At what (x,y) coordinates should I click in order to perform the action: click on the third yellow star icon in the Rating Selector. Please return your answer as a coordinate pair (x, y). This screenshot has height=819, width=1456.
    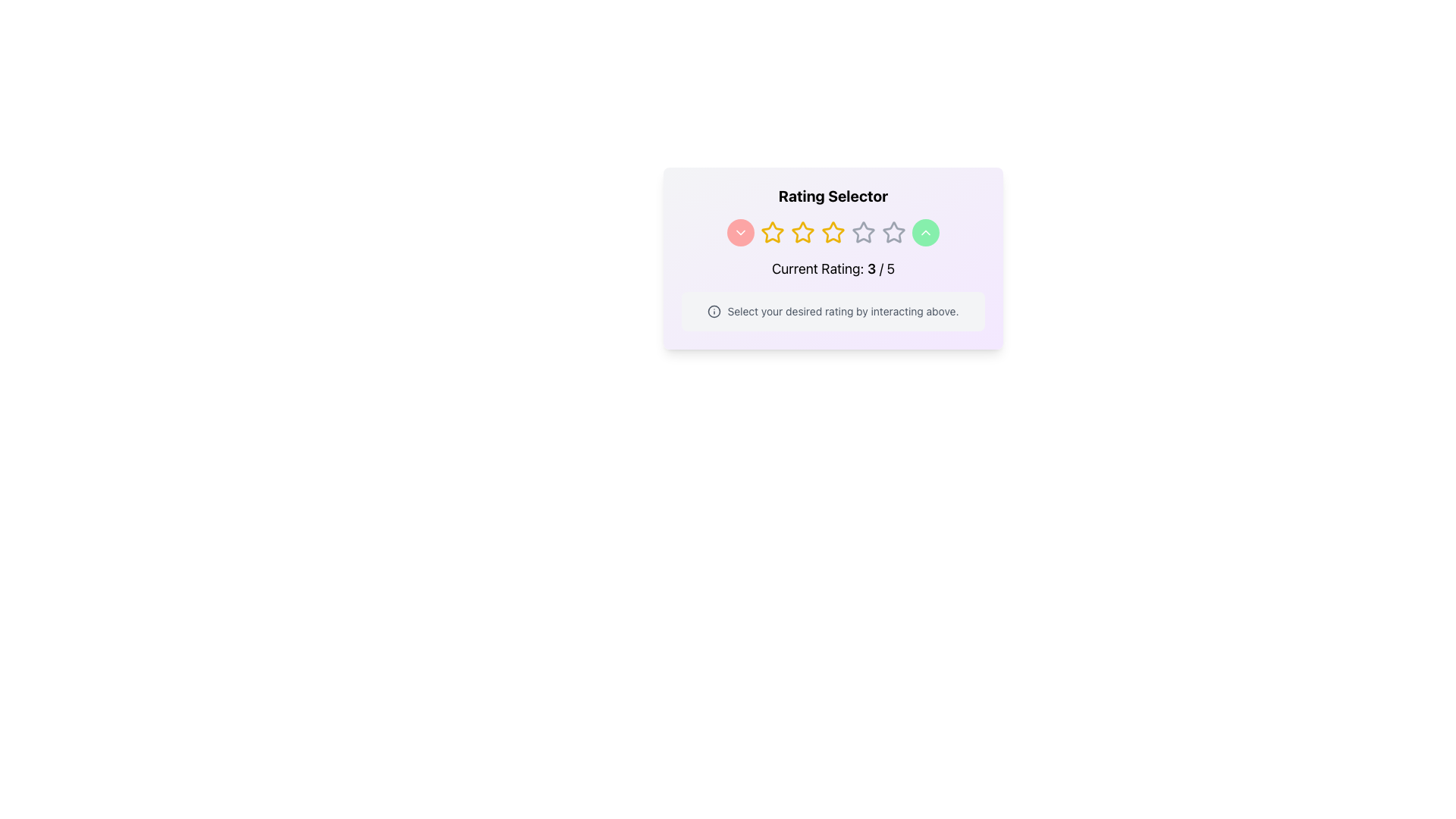
    Looking at the image, I should click on (802, 233).